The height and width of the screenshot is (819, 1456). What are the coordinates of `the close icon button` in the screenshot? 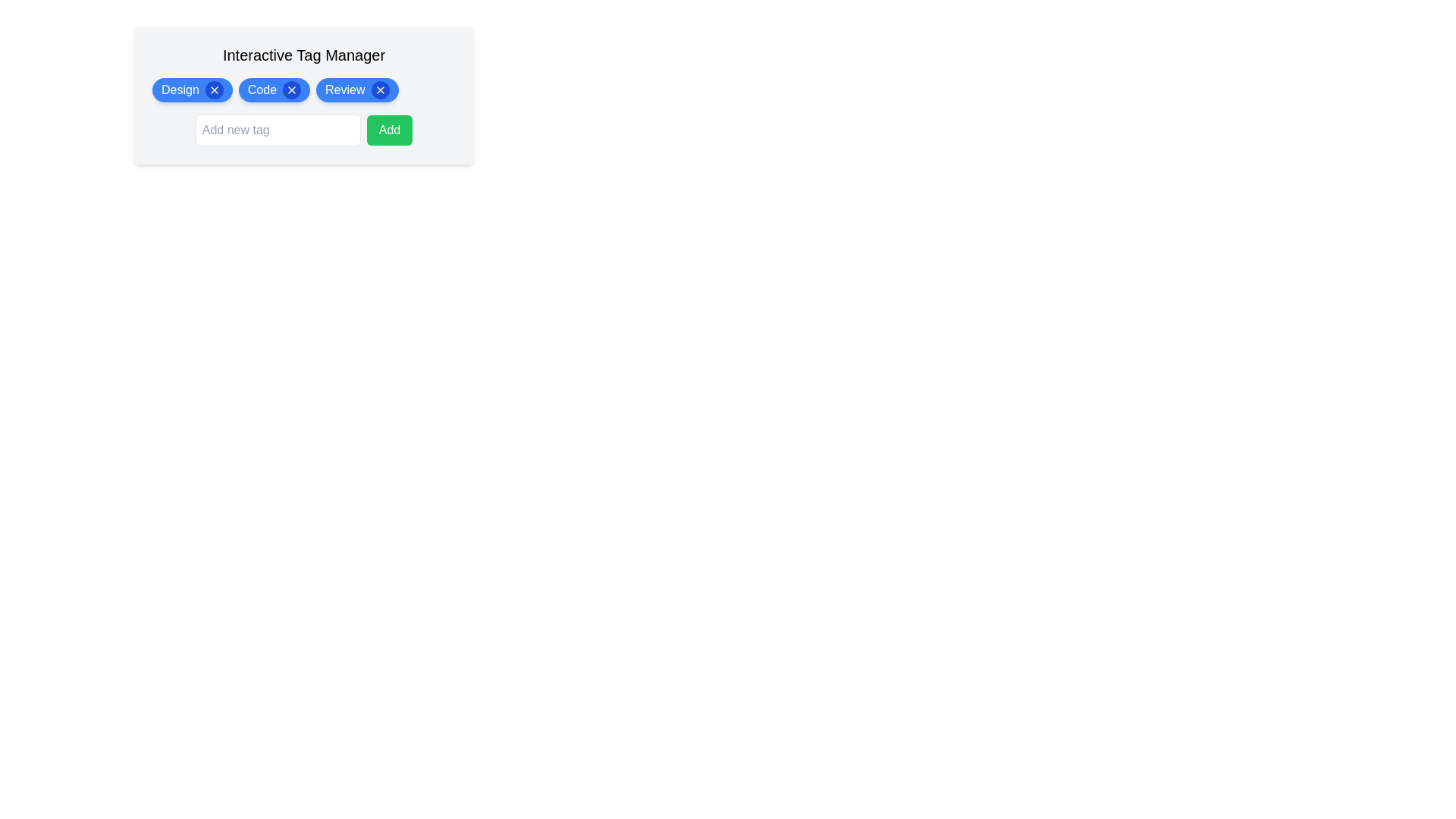 It's located at (380, 90).